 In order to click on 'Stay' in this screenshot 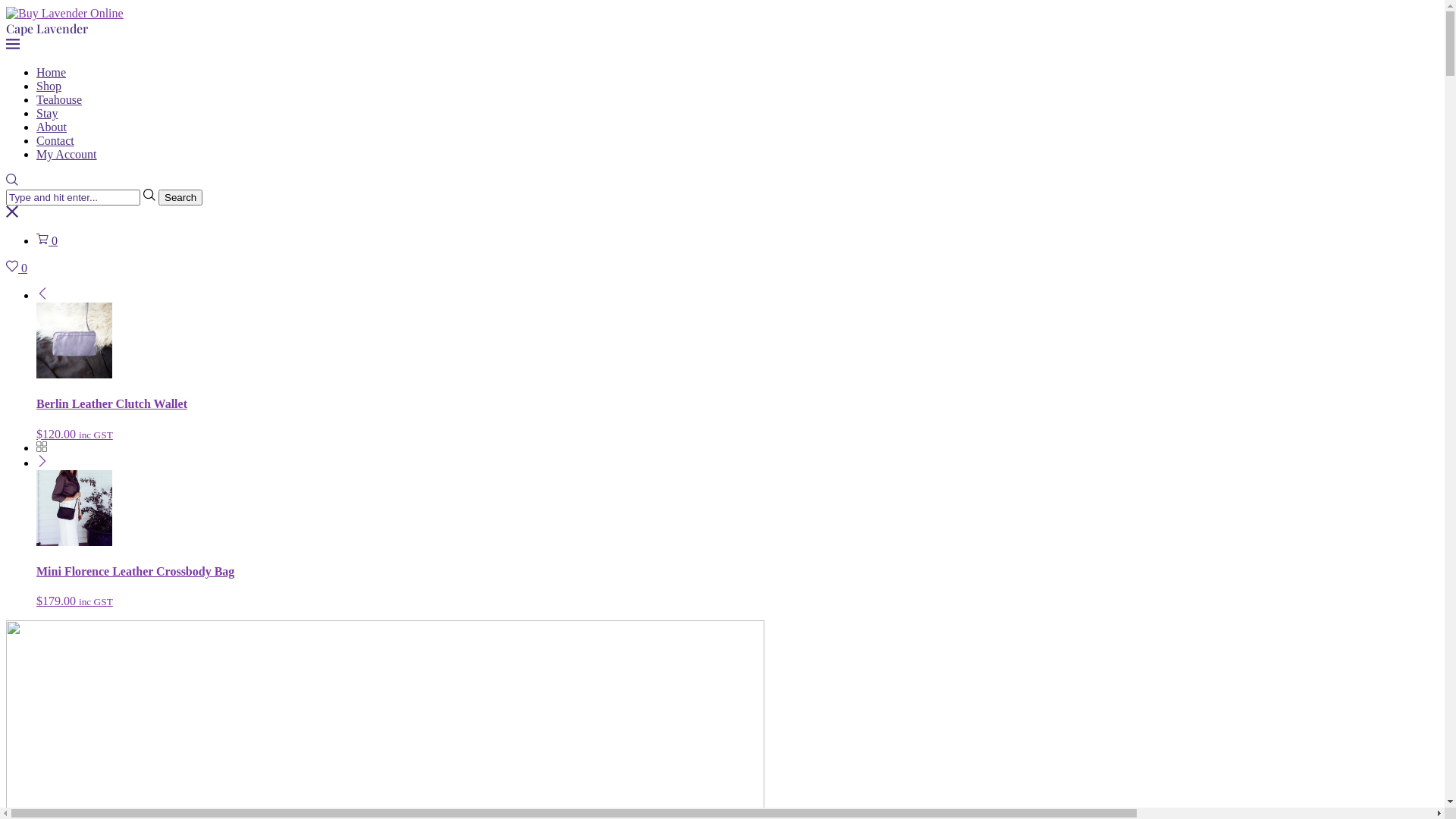, I will do `click(47, 112)`.